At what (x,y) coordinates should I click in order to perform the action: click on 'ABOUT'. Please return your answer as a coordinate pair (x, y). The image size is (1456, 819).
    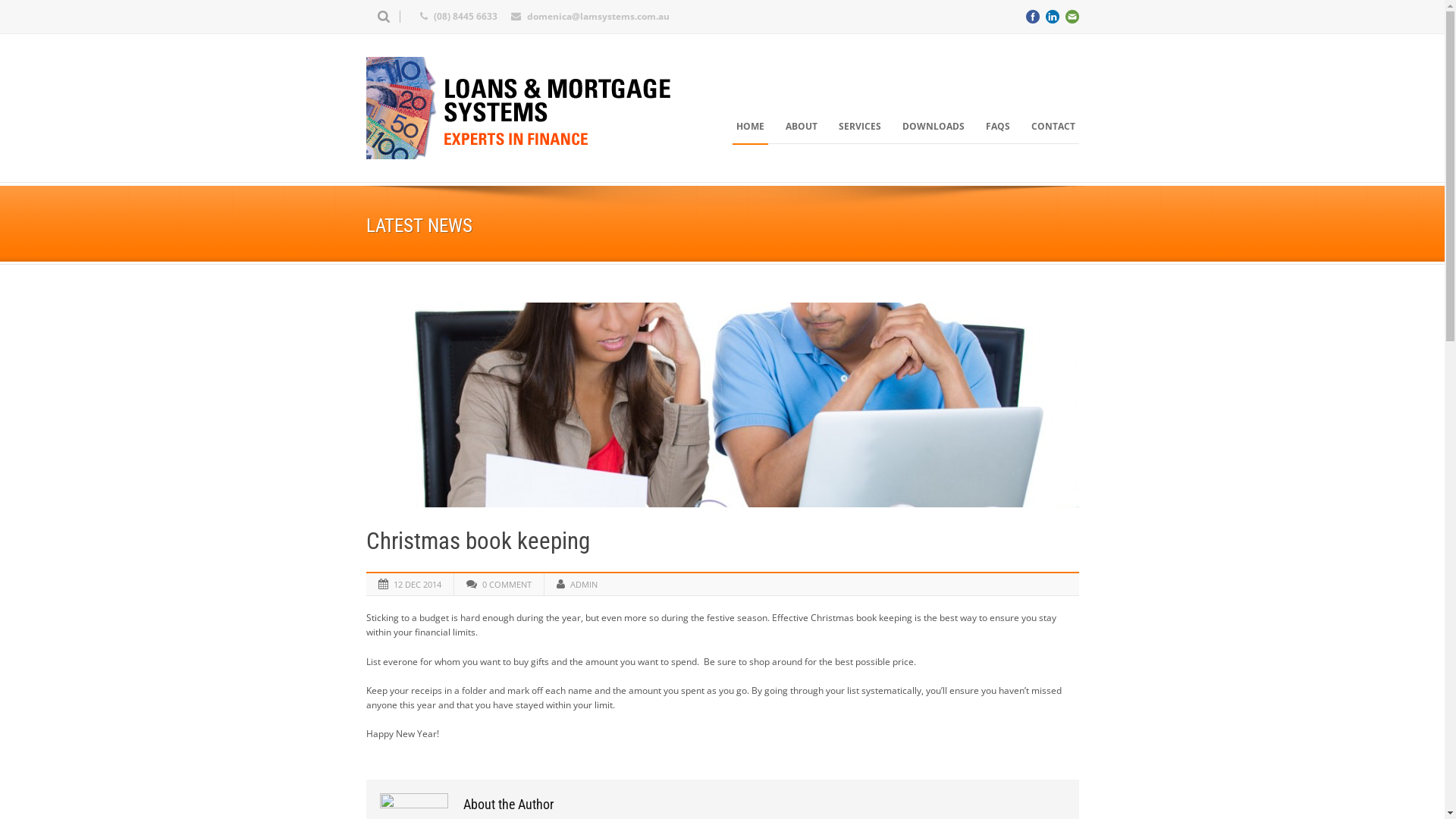
    Looking at the image, I should click on (800, 125).